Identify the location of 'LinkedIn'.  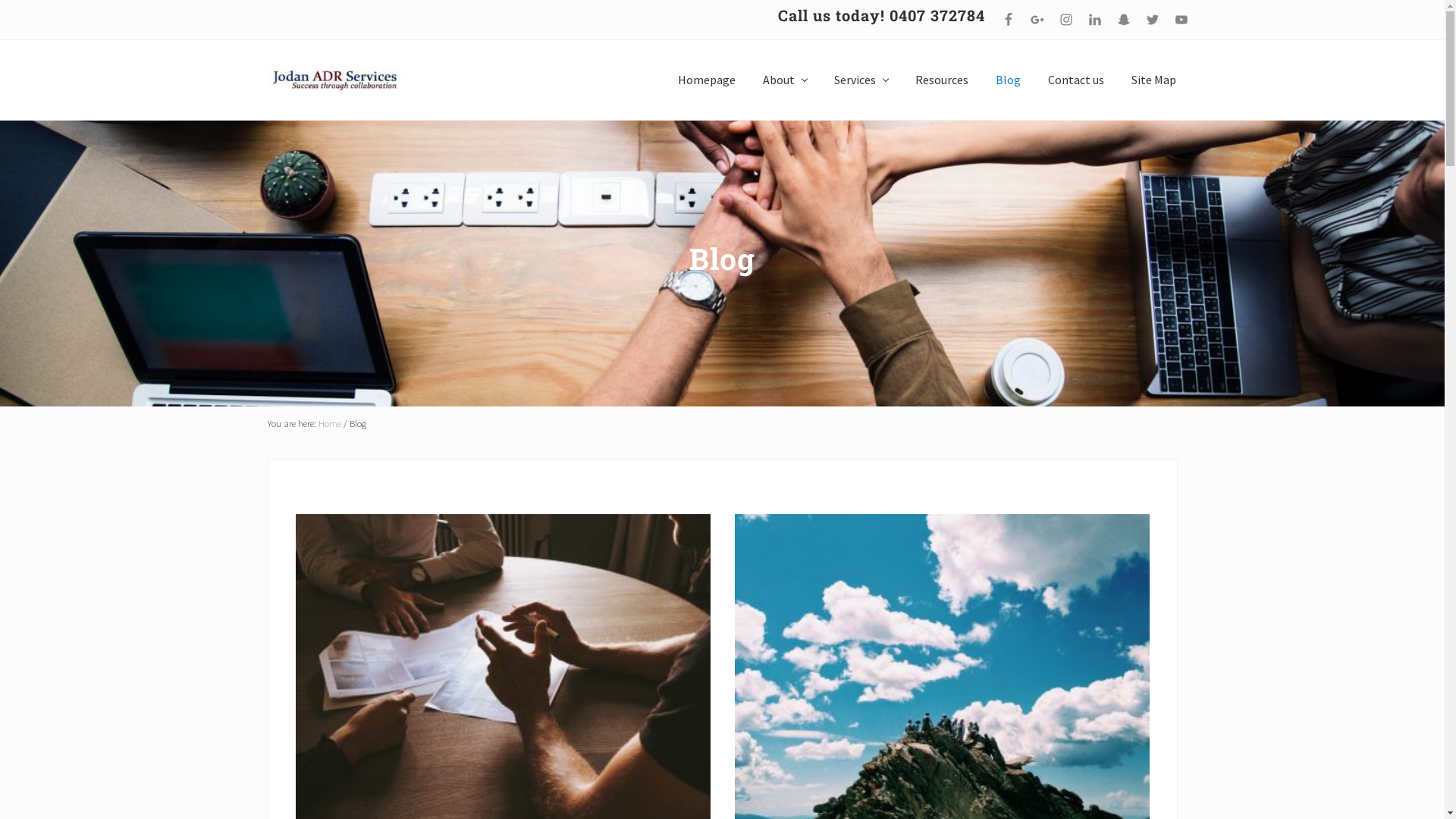
(1094, 20).